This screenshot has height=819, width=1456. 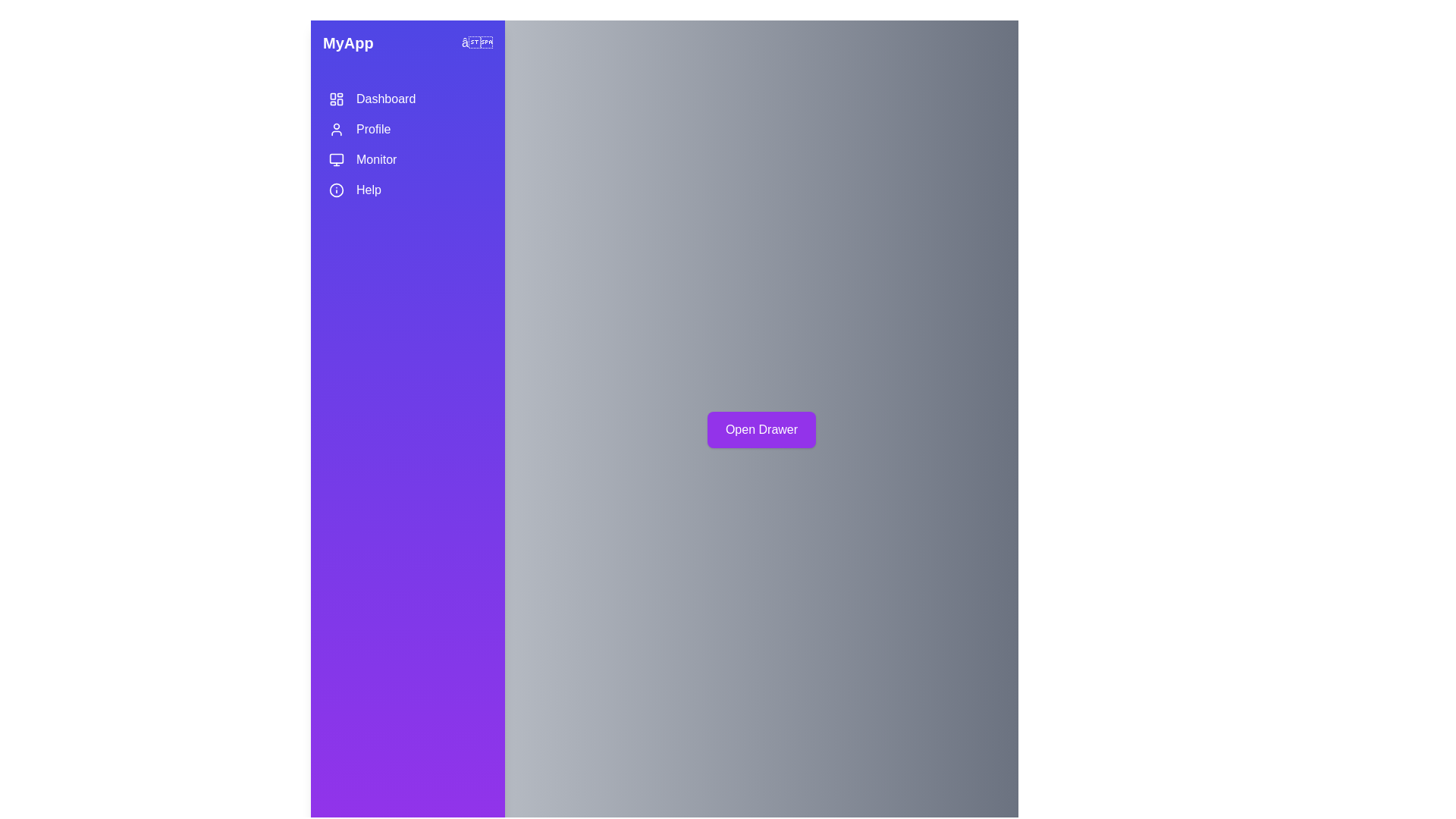 What do you see at coordinates (407, 189) in the screenshot?
I see `the menu item Help by clicking on it` at bounding box center [407, 189].